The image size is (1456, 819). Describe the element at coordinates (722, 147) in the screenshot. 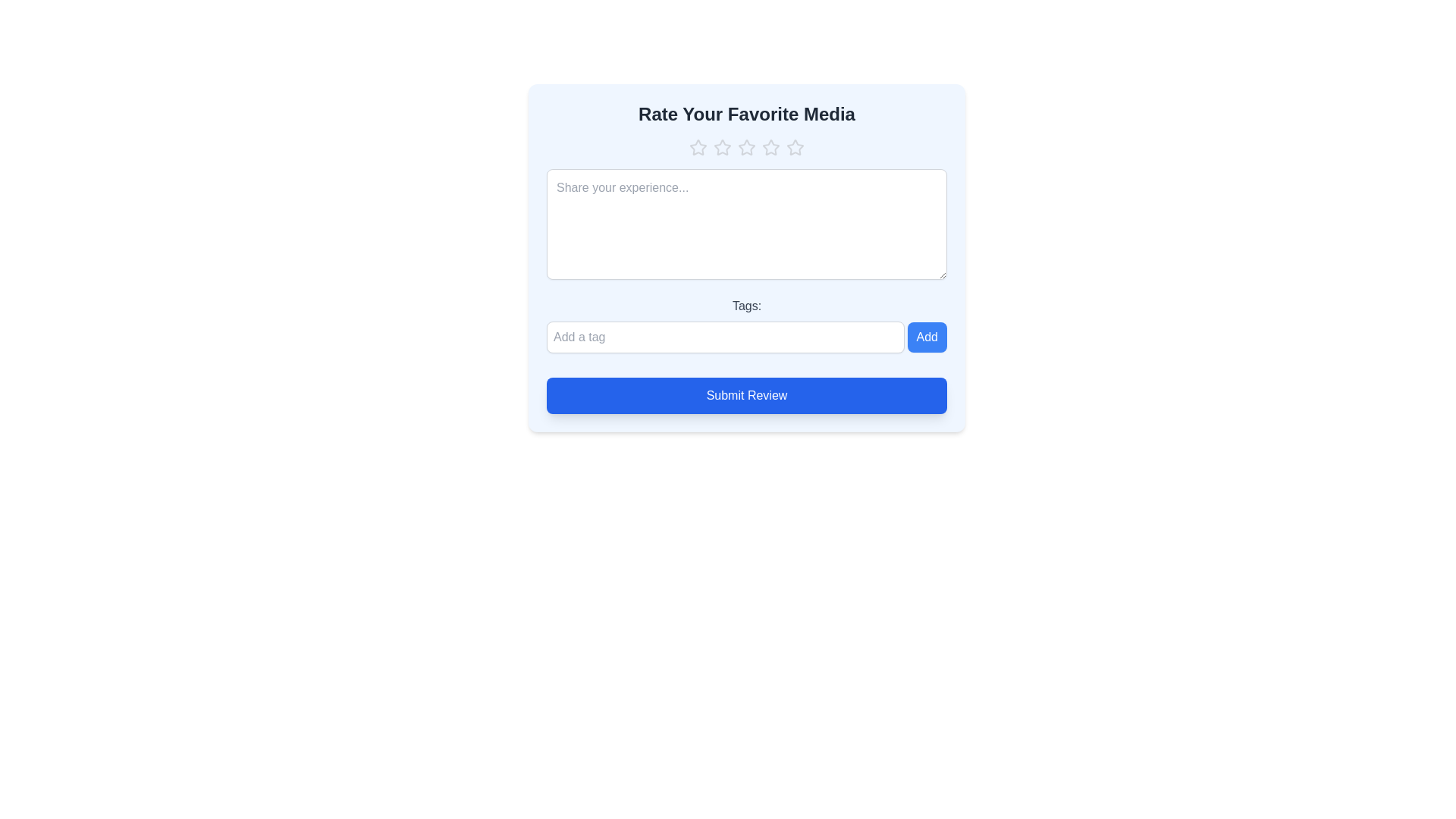

I see `the second star-shaped icon in the rating section under 'Rate Your Favorite Media'` at that location.